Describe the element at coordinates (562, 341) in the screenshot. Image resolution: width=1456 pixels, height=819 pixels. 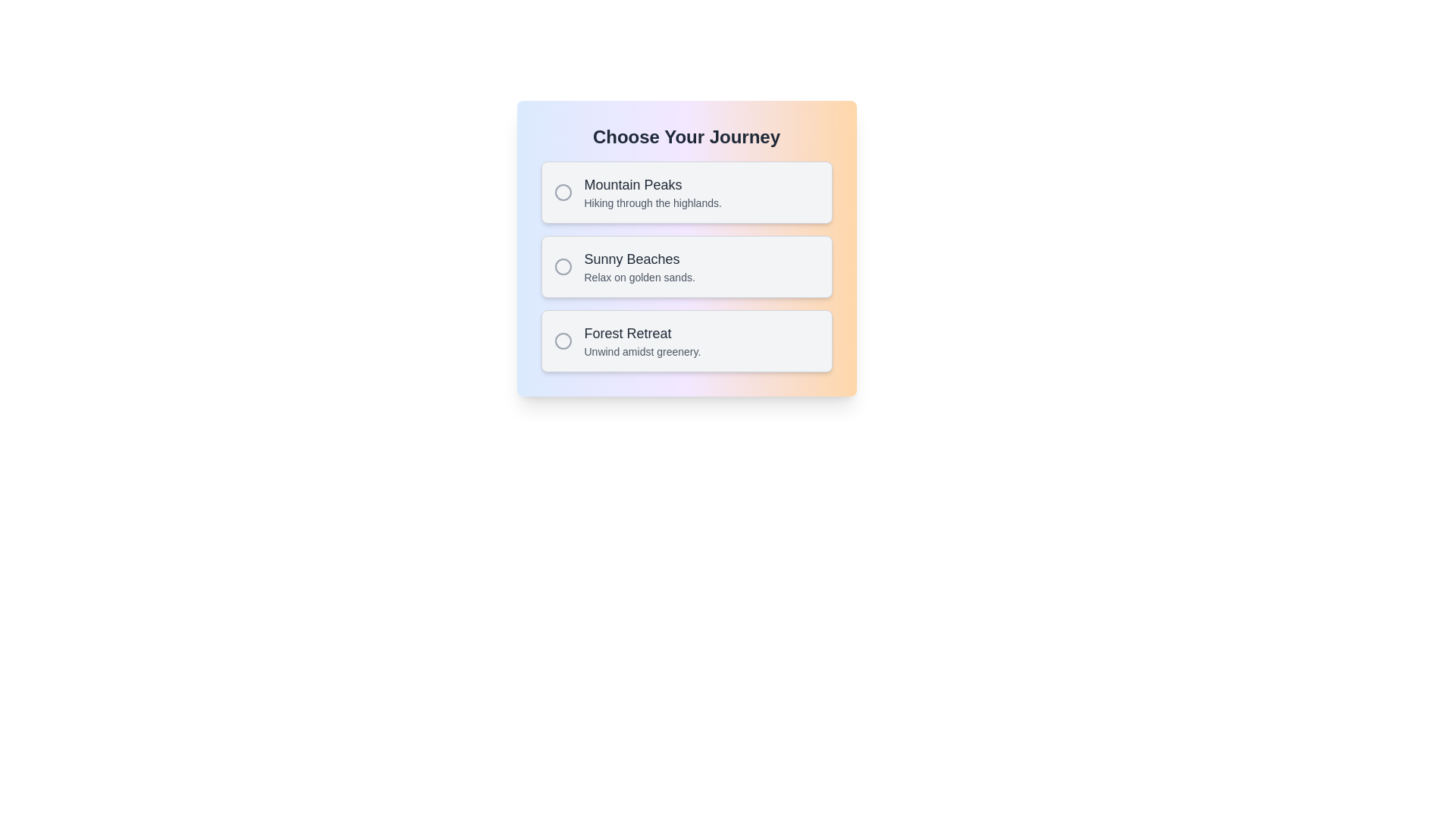
I see `the appearance of the SVG circle element that is part of the 'Forest Retreat' selection option, located at the center of the smaller circle within the circular design` at that location.